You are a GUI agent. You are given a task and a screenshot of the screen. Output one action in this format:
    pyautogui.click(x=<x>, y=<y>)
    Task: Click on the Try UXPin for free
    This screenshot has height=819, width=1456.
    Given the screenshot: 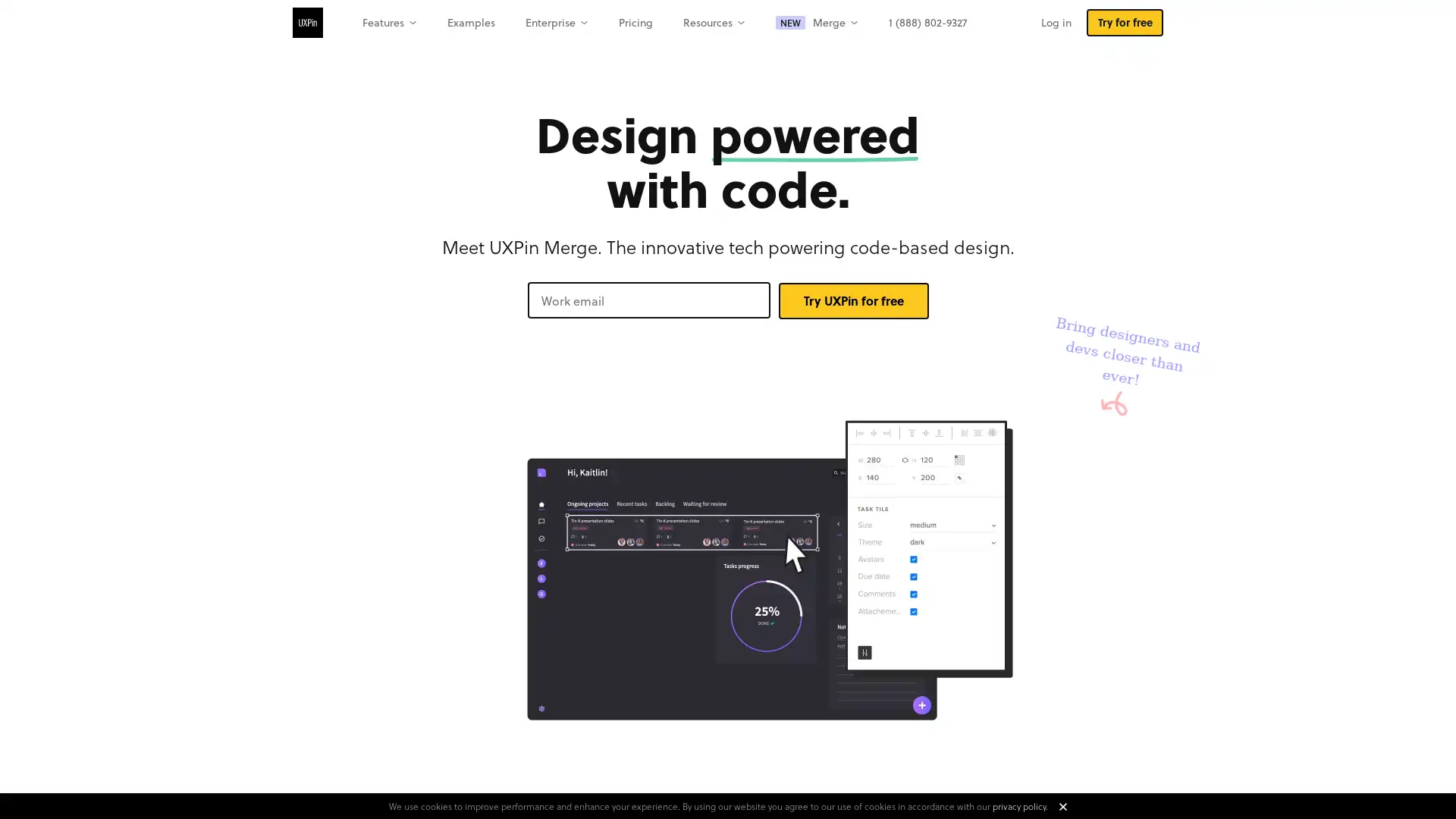 What is the action you would take?
    pyautogui.click(x=852, y=300)
    